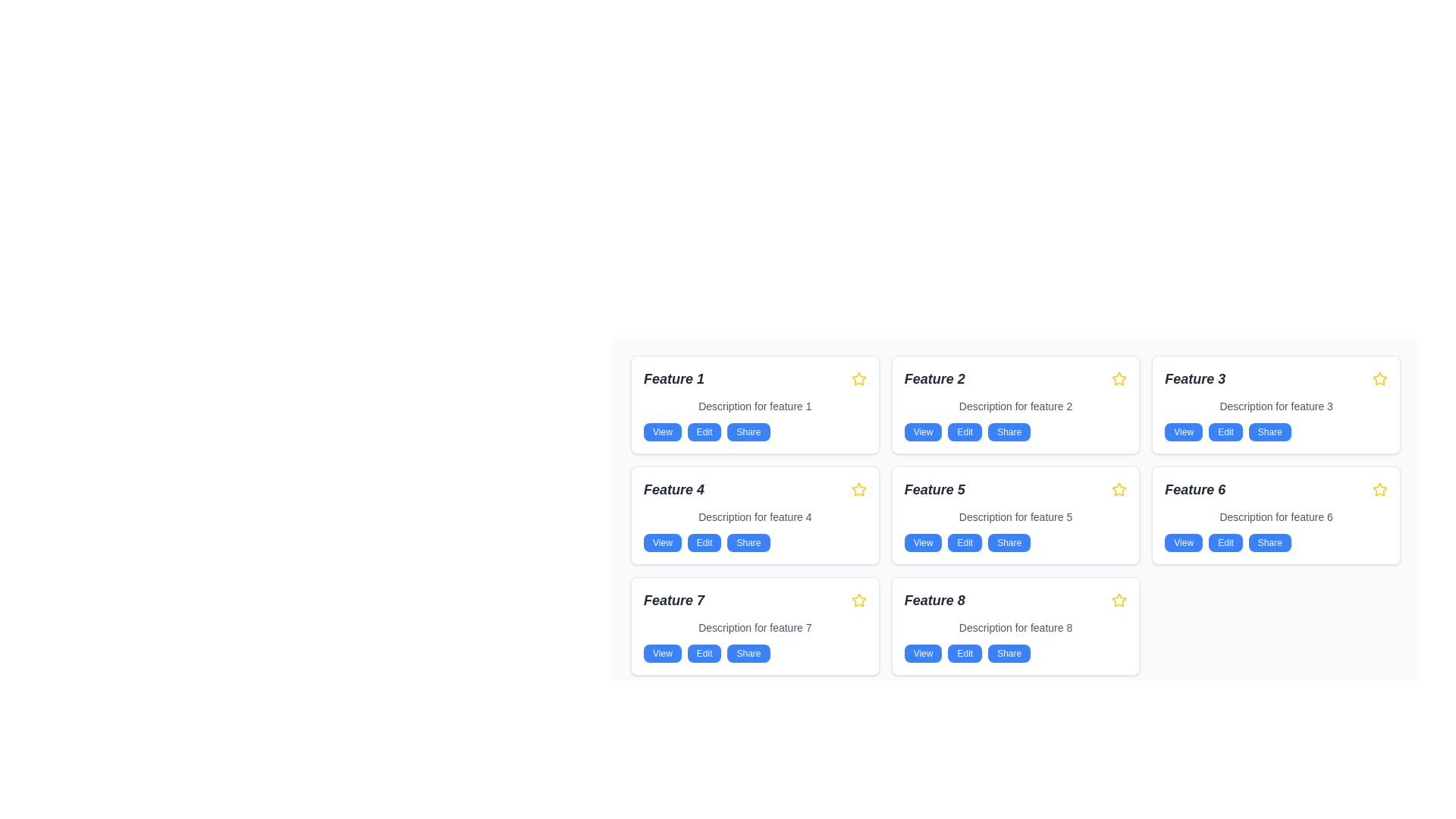 This screenshot has width=1456, height=819. What do you see at coordinates (1276, 403) in the screenshot?
I see `the 'Share' button on the Card showcasing details about 'Feature 3', located in the rightmost column of the second row in a grid layout` at bounding box center [1276, 403].